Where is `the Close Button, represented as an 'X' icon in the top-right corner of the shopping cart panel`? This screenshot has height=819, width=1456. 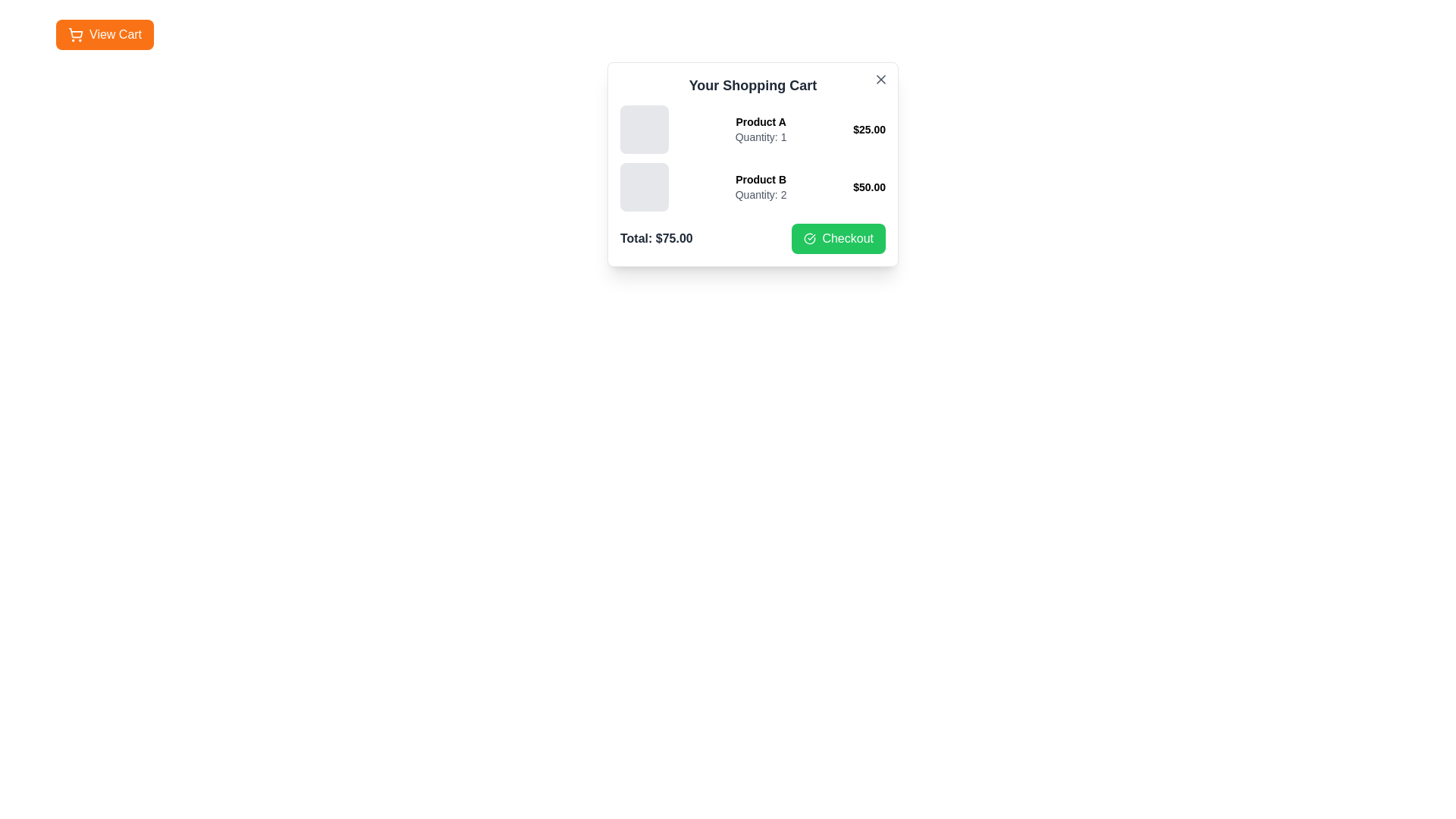
the Close Button, represented as an 'X' icon in the top-right corner of the shopping cart panel is located at coordinates (880, 79).